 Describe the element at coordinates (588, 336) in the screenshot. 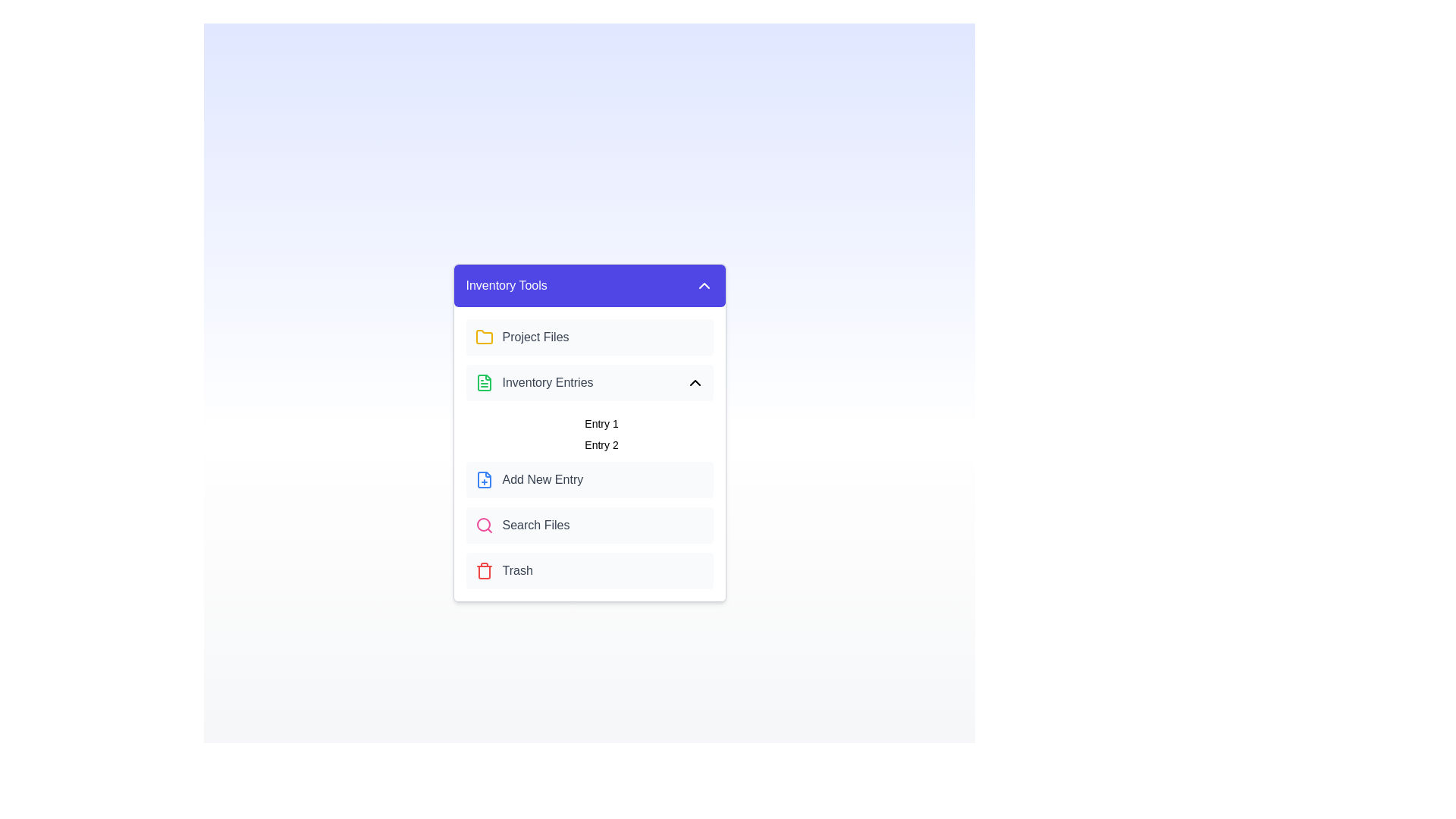

I see `the first button in the 'Inventory Tools' panel` at that location.